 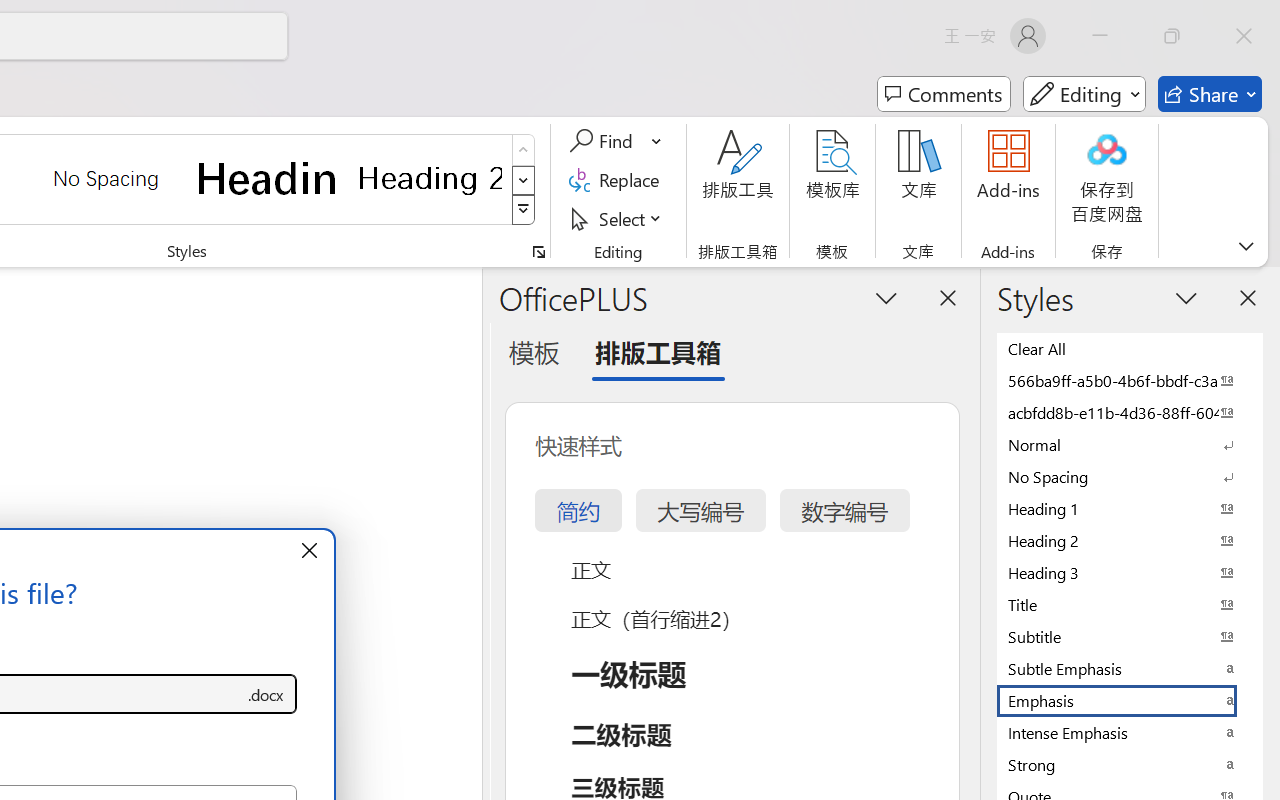 I want to click on 'Class: NetUIImage', so click(x=524, y=210).